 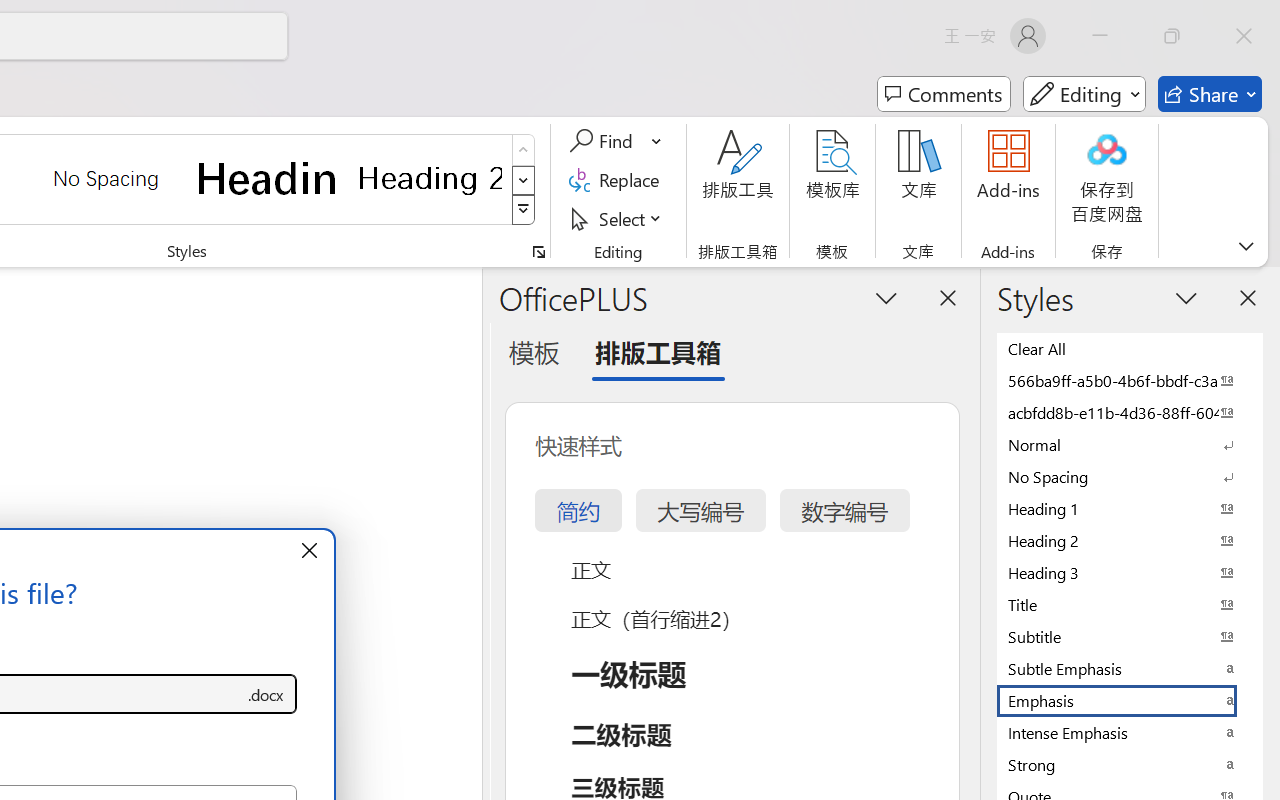 I want to click on 'Class: NetUIImage', so click(x=524, y=210).